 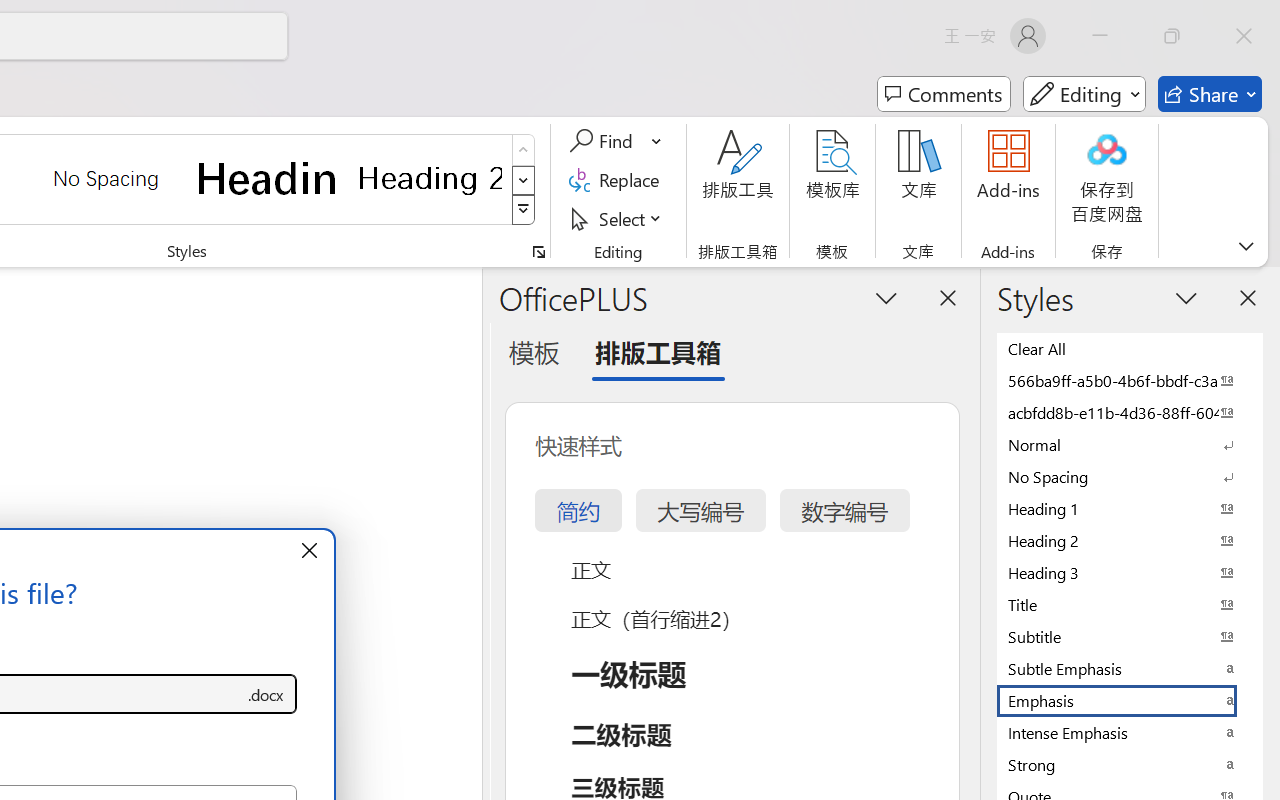 I want to click on 'Class: NetUIImage', so click(x=524, y=210).